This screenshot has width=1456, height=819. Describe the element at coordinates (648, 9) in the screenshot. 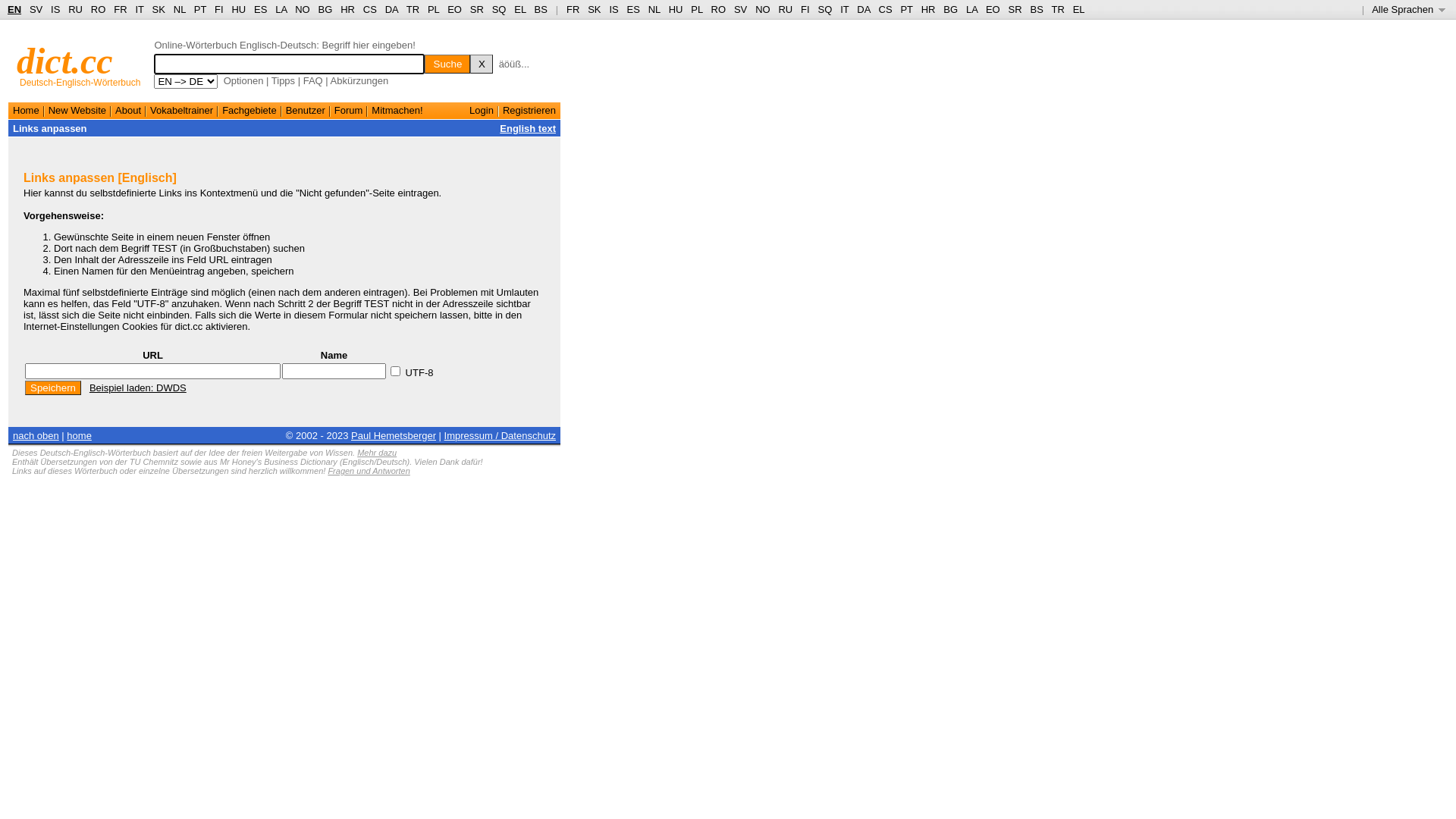

I see `'NL'` at that location.